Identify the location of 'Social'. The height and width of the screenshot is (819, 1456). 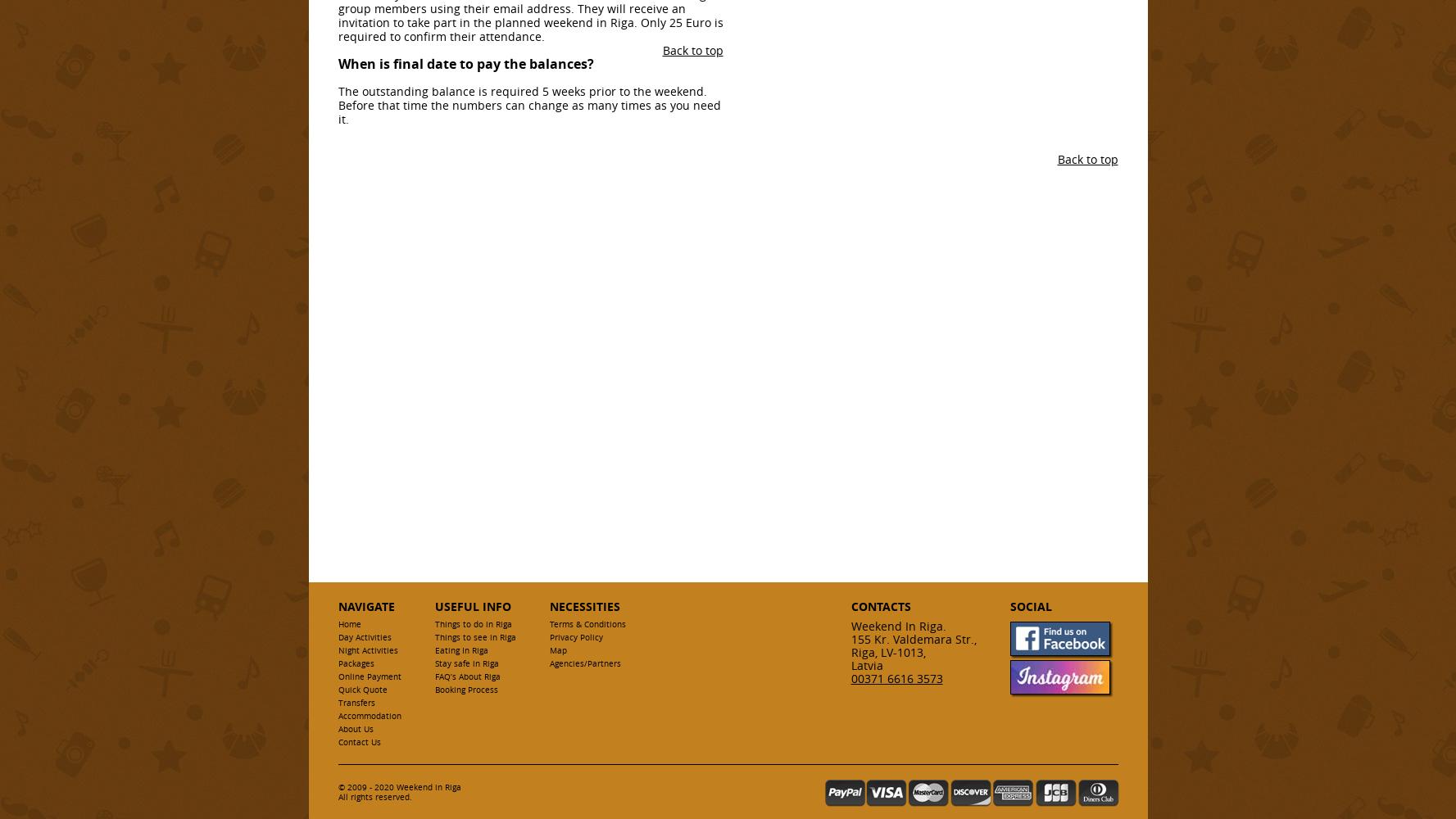
(1029, 605).